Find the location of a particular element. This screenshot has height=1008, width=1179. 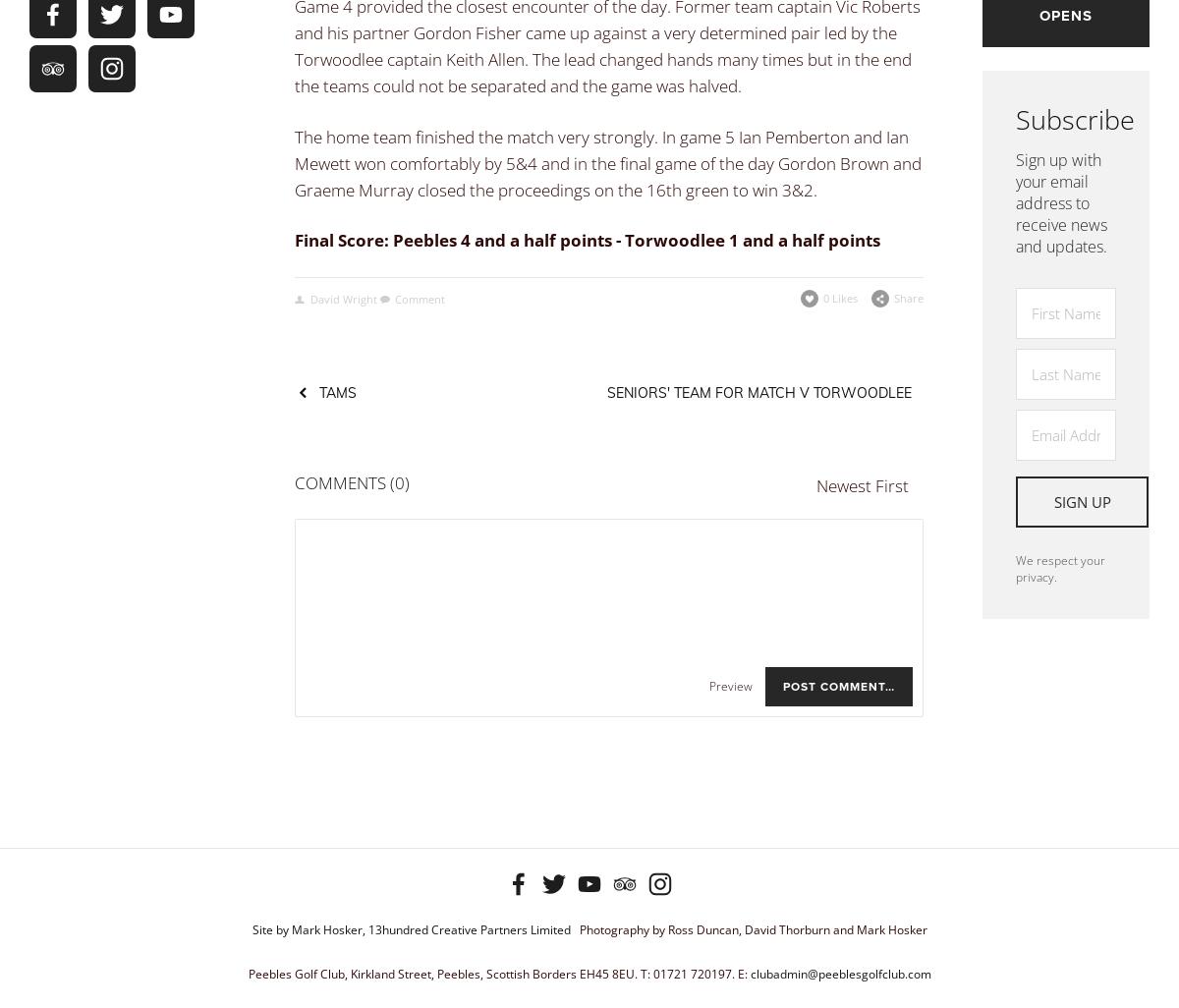

'Comment' is located at coordinates (420, 298).